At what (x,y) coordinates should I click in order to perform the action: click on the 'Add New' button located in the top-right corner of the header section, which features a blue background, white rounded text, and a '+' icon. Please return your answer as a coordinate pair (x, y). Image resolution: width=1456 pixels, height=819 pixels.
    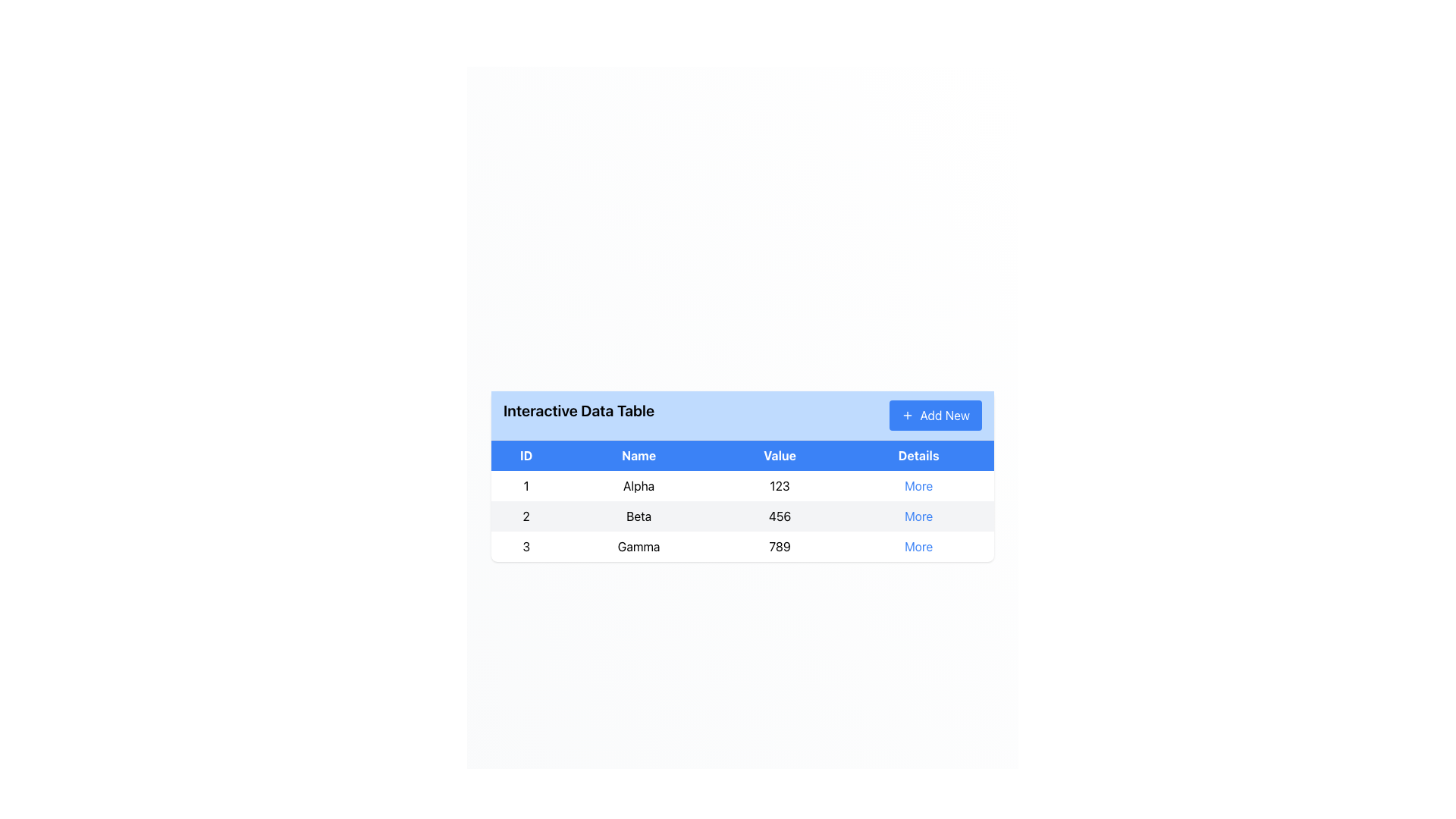
    Looking at the image, I should click on (934, 415).